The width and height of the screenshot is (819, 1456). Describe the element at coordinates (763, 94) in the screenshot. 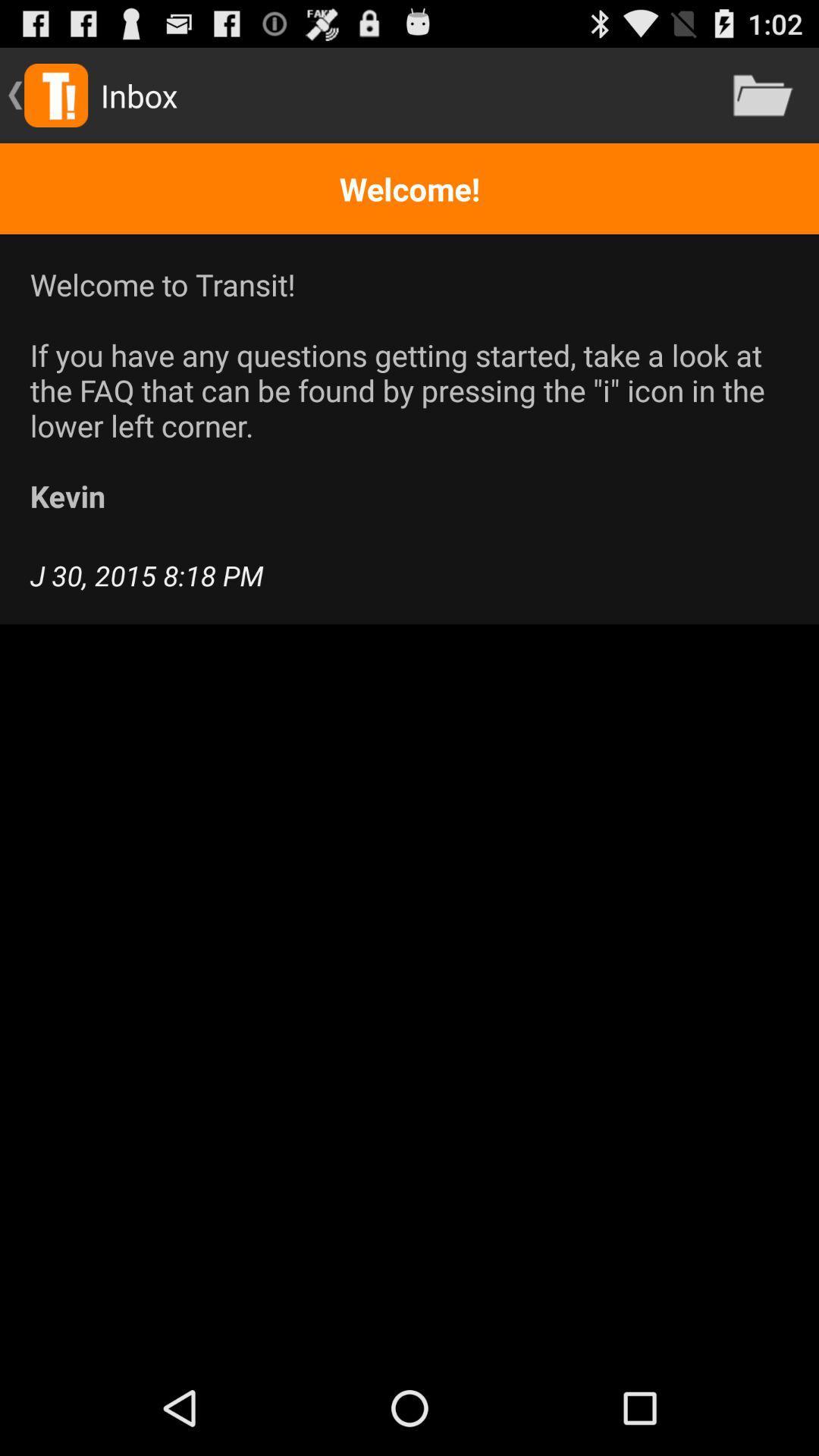

I see `the icon at the top right corner` at that location.